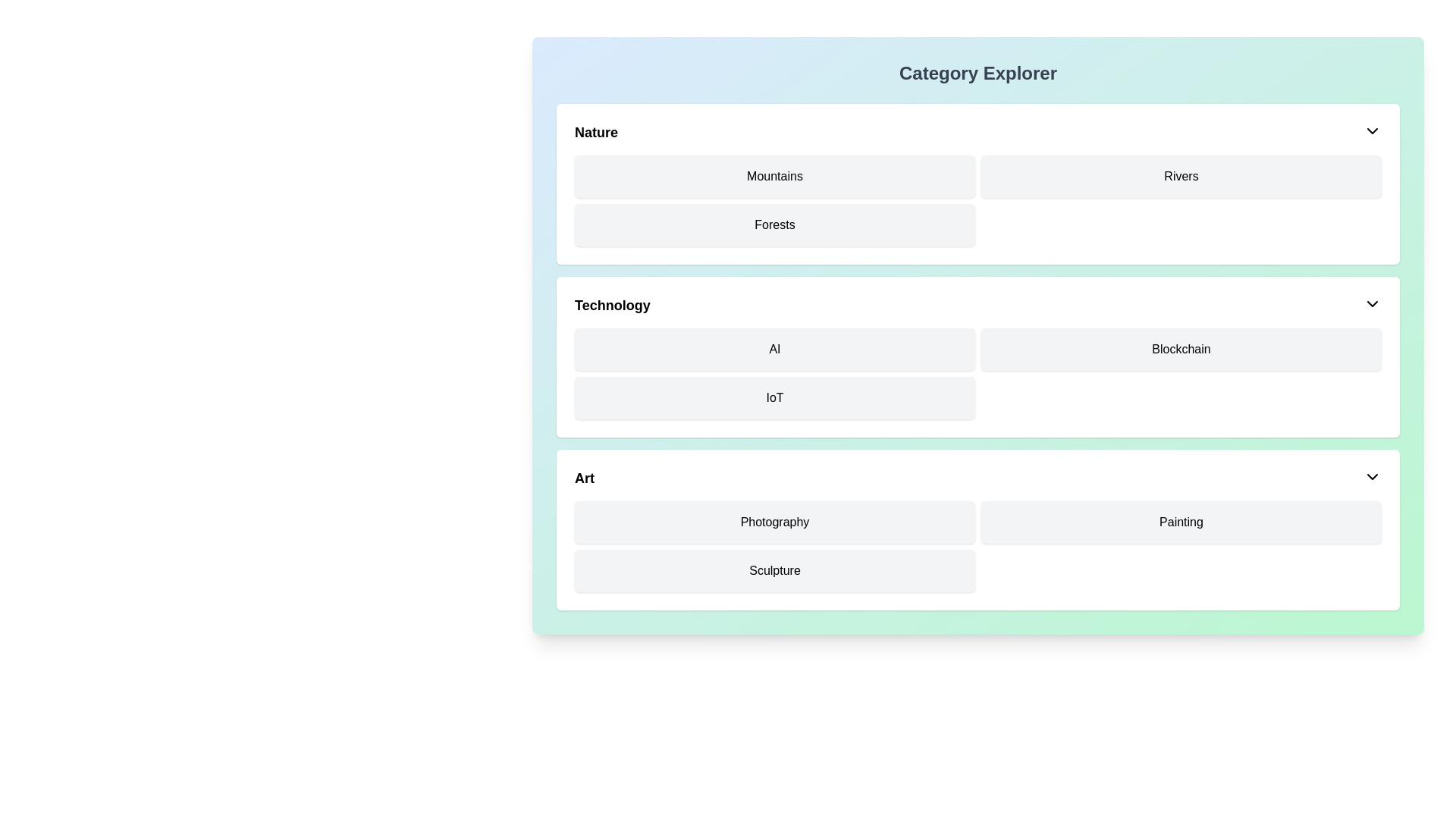 This screenshot has width=1456, height=819. Describe the element at coordinates (775, 522) in the screenshot. I see `the 'Photography' label located in the top-left position of the 'Art' section` at that location.